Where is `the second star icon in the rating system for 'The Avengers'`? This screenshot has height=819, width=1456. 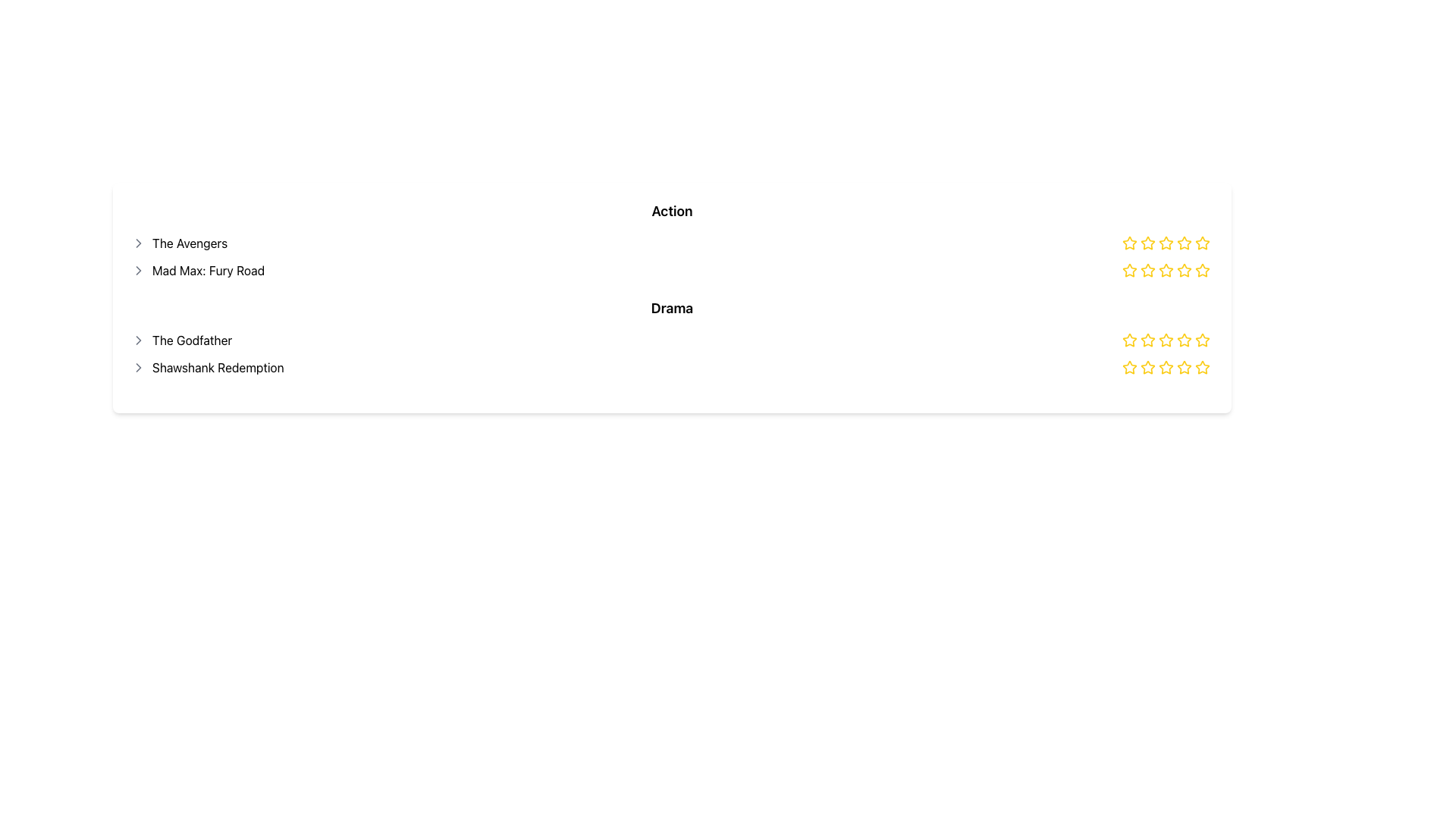 the second star icon in the rating system for 'The Avengers' is located at coordinates (1201, 242).